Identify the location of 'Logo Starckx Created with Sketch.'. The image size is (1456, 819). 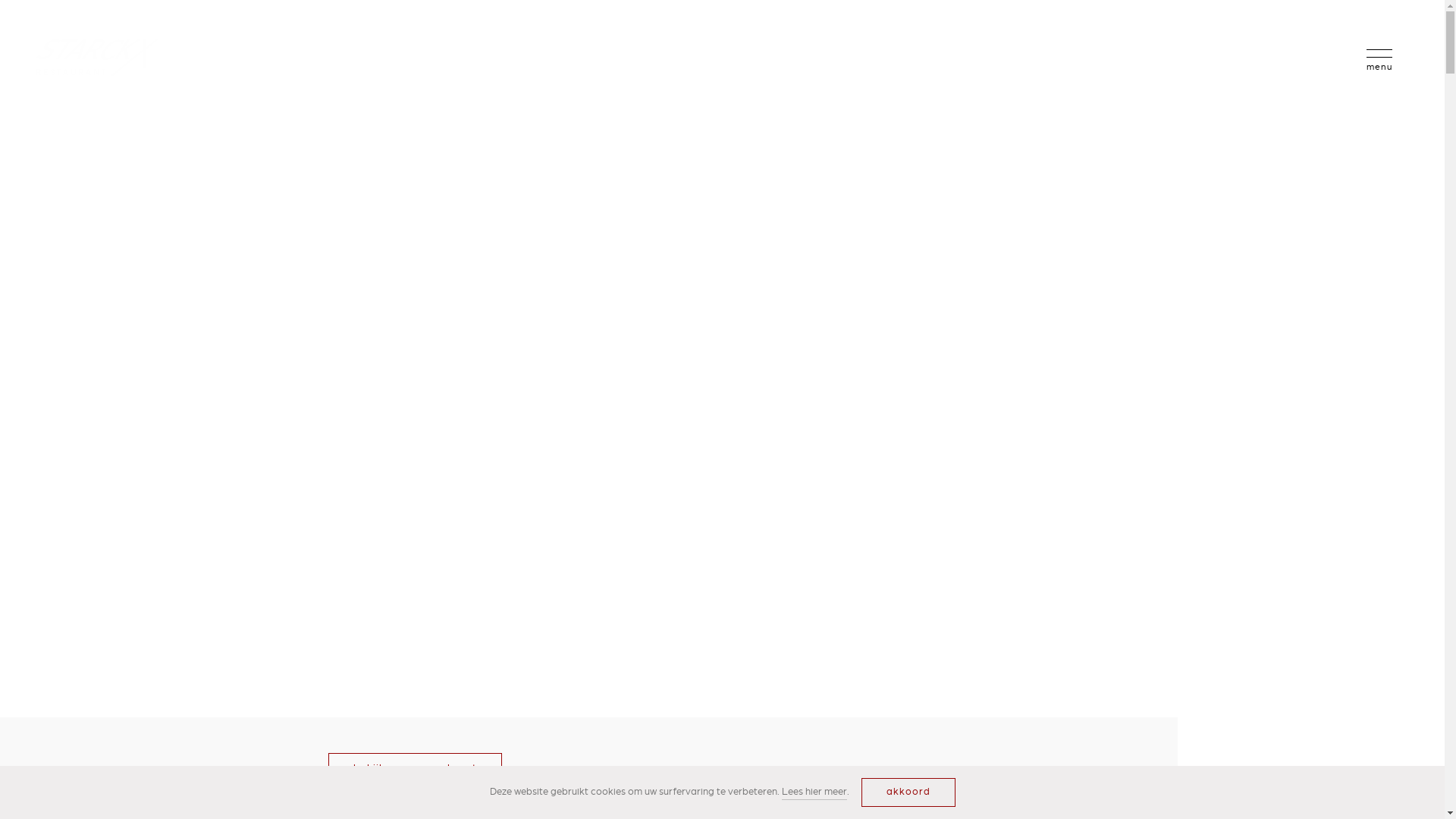
(96, 57).